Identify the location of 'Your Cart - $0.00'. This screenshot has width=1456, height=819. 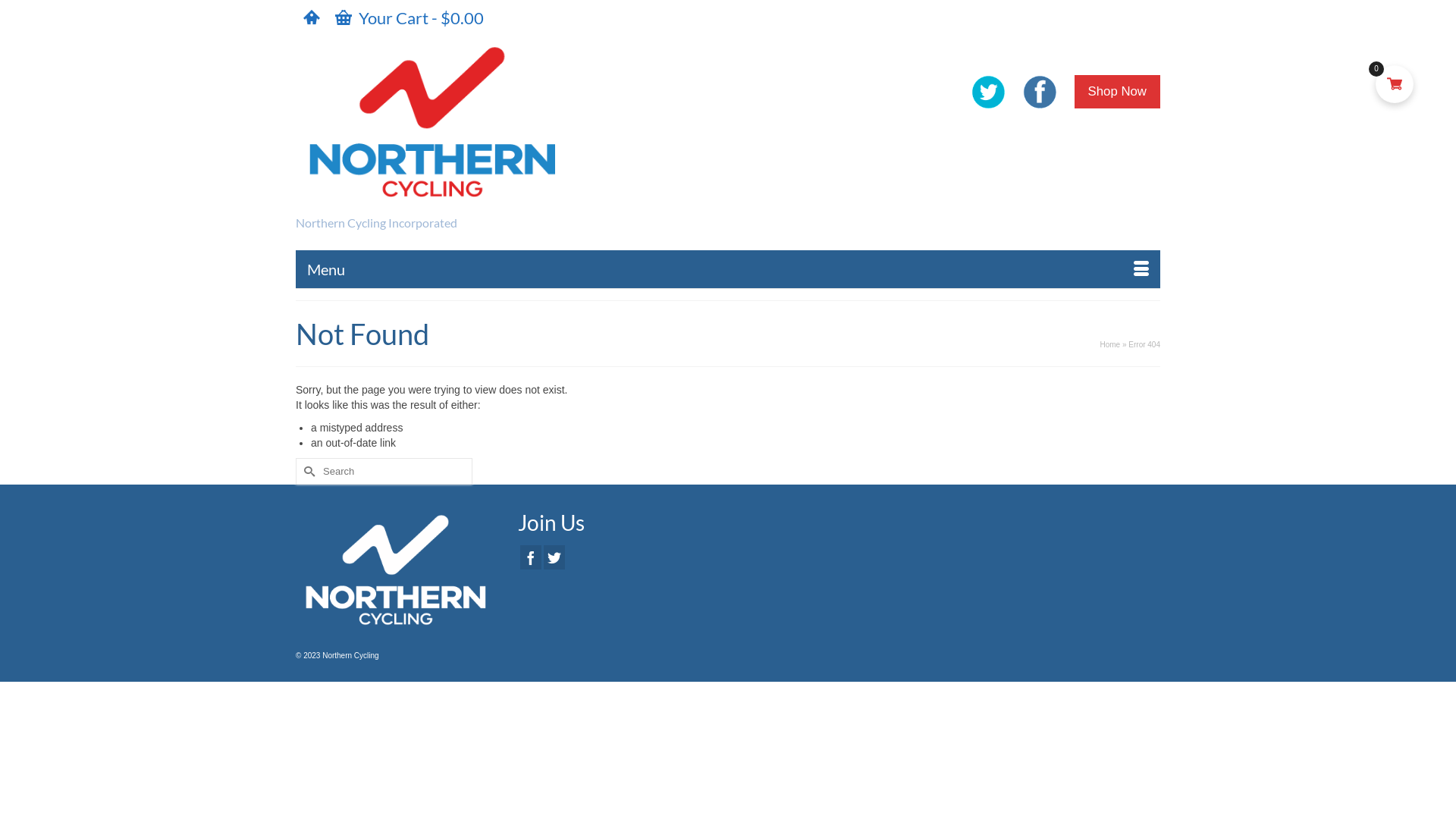
(409, 17).